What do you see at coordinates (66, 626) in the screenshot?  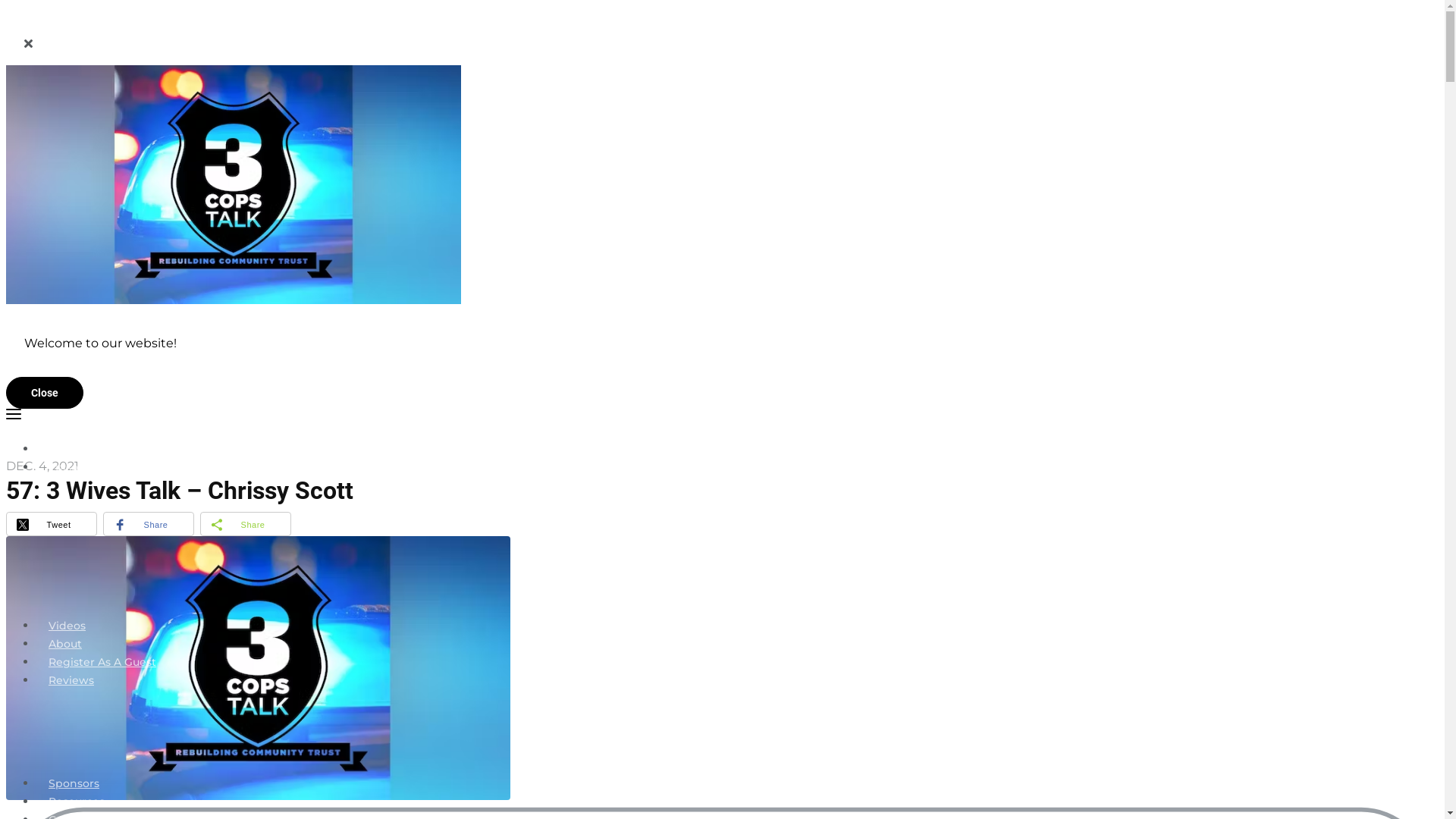 I see `'Videos'` at bounding box center [66, 626].